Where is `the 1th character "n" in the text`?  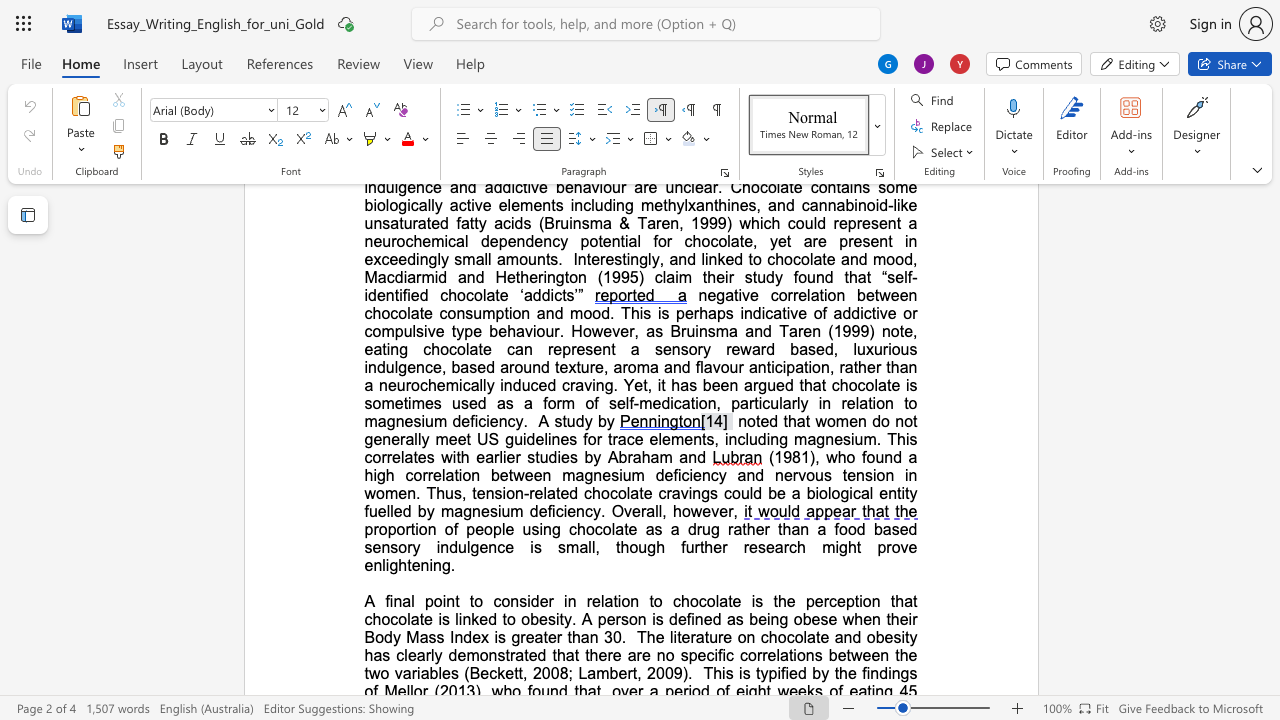
the 1th character "n" in the text is located at coordinates (397, 600).